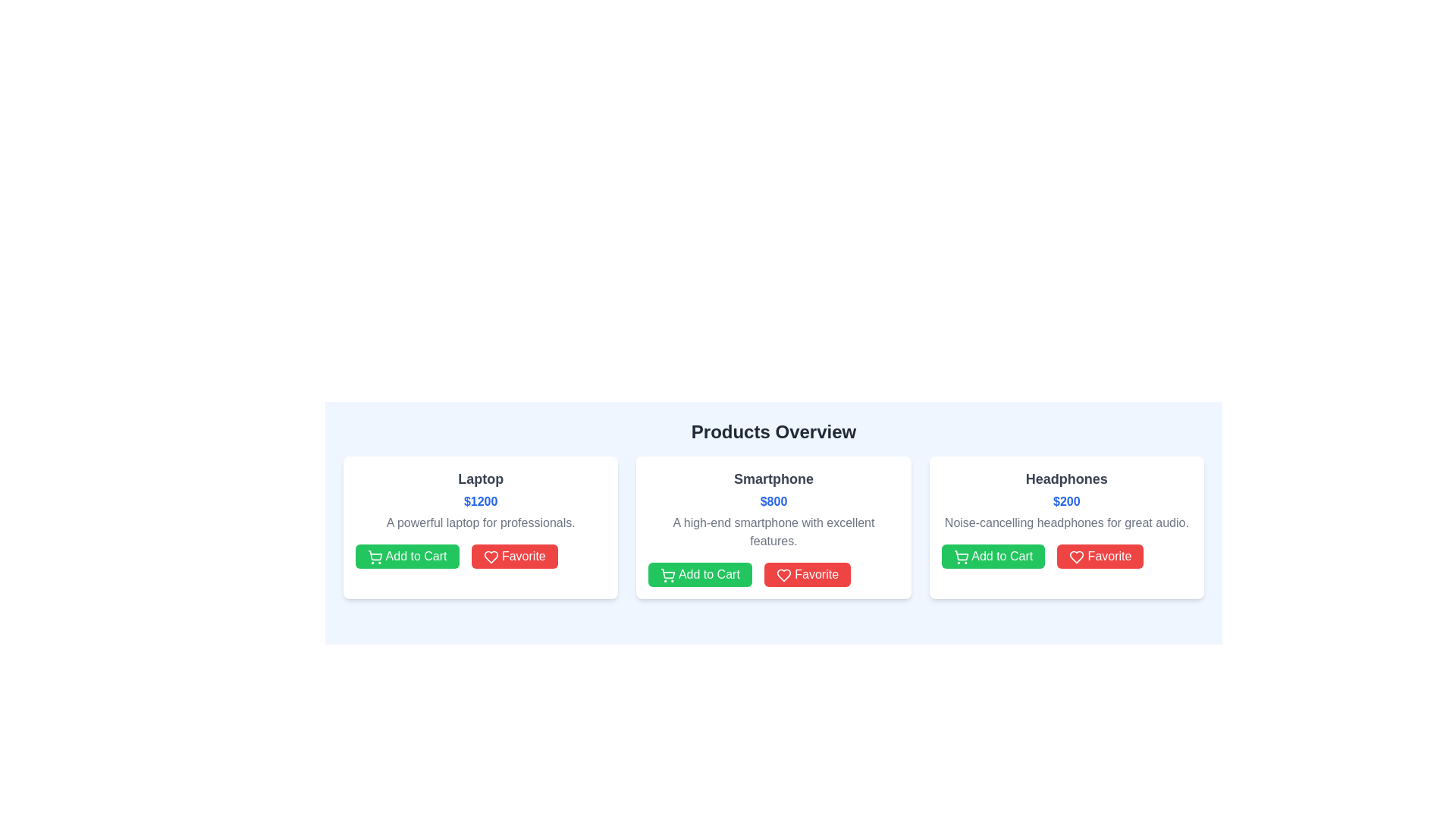 The width and height of the screenshot is (1456, 819). I want to click on the text label displaying the price '$1200', which is styled in bold and blue font, located below the title 'Laptop' in the leftmost product information card, so click(480, 502).